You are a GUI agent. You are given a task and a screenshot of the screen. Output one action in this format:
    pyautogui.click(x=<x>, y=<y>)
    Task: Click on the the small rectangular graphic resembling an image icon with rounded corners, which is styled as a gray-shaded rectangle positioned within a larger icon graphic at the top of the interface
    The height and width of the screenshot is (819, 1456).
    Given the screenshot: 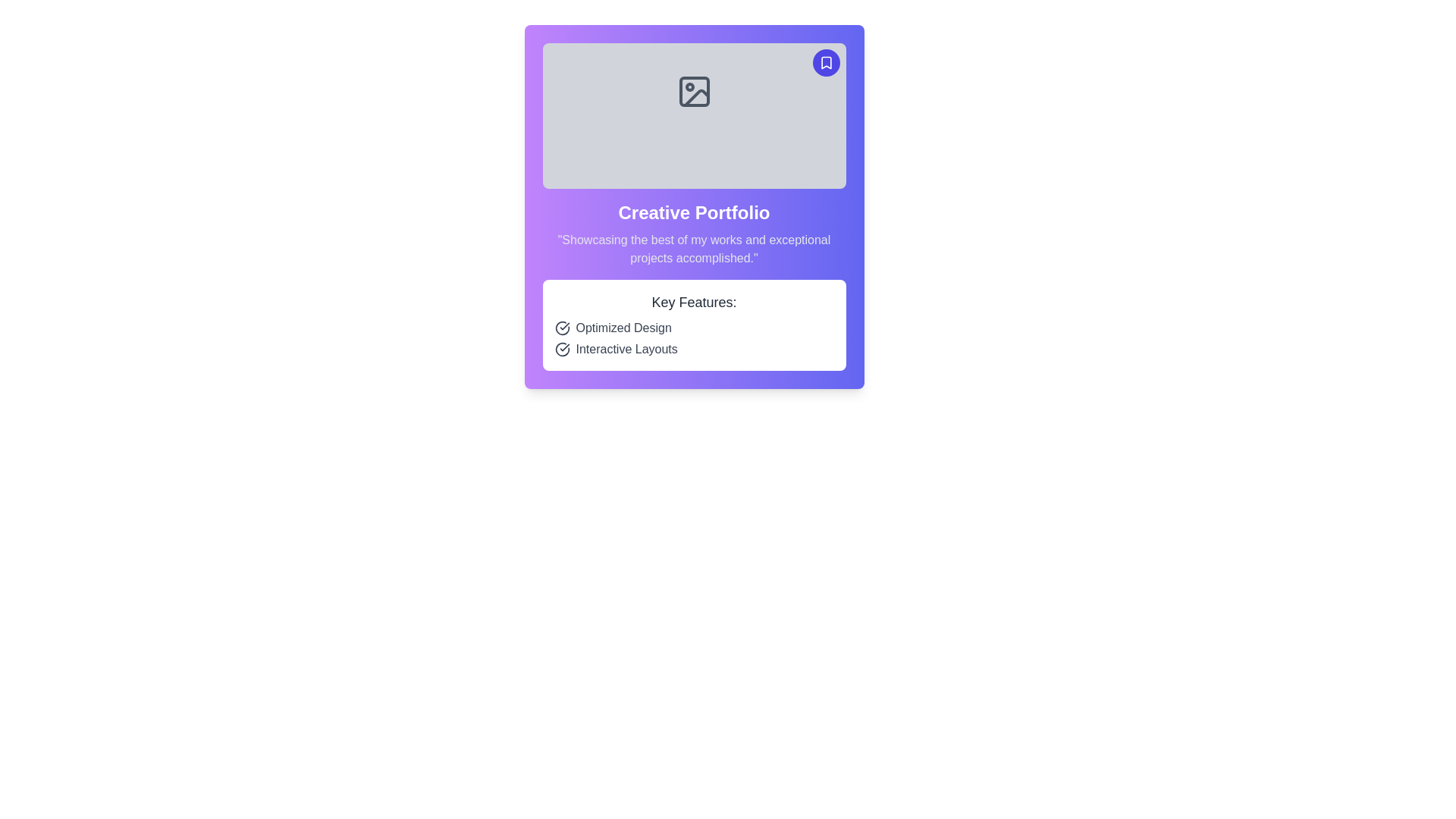 What is the action you would take?
    pyautogui.click(x=693, y=91)
    